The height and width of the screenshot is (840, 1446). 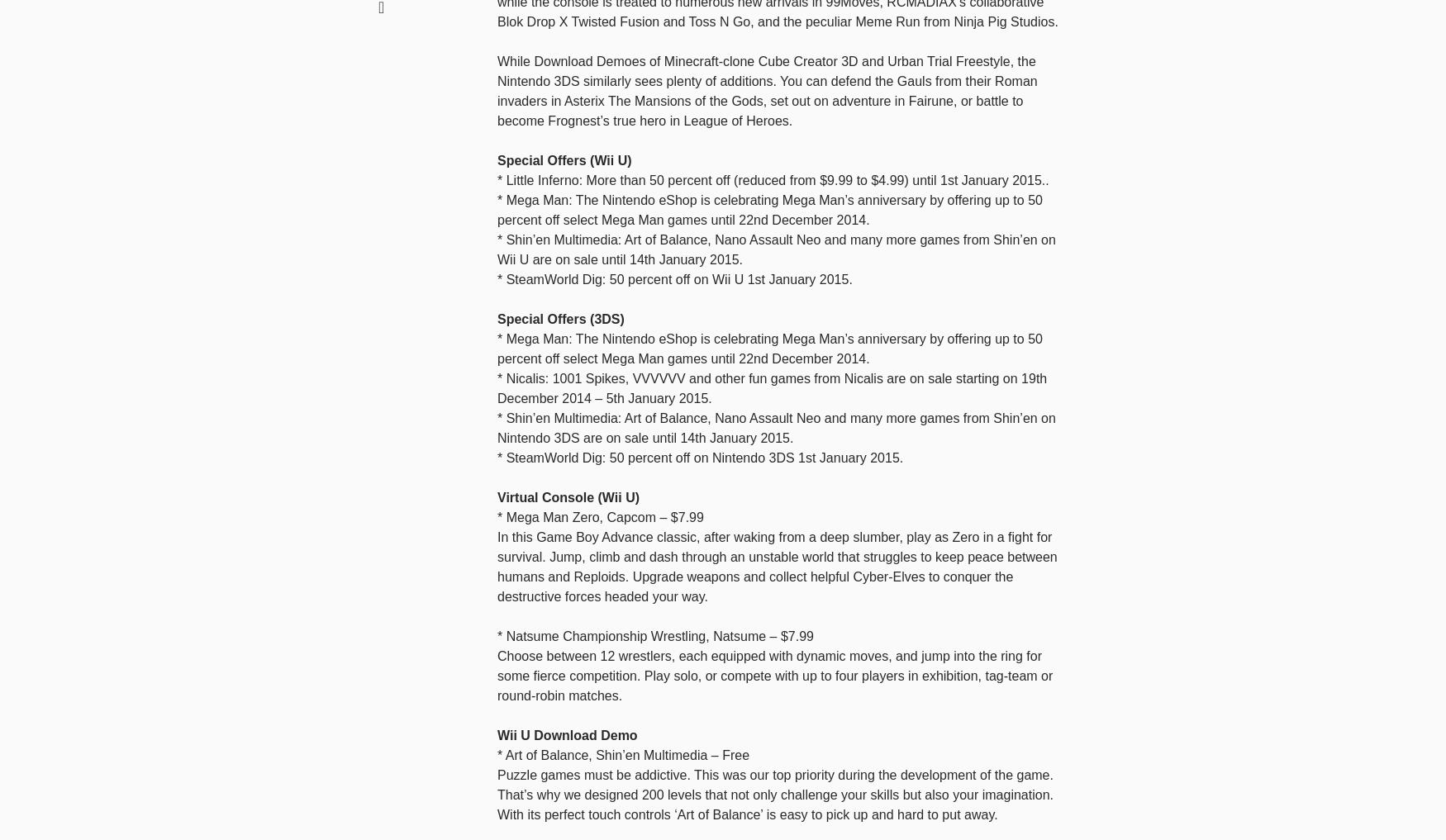 What do you see at coordinates (700, 457) in the screenshot?
I see `'* SteamWorld Dig: 50 percent off on Nintendo 3DS 1st January 2015.'` at bounding box center [700, 457].